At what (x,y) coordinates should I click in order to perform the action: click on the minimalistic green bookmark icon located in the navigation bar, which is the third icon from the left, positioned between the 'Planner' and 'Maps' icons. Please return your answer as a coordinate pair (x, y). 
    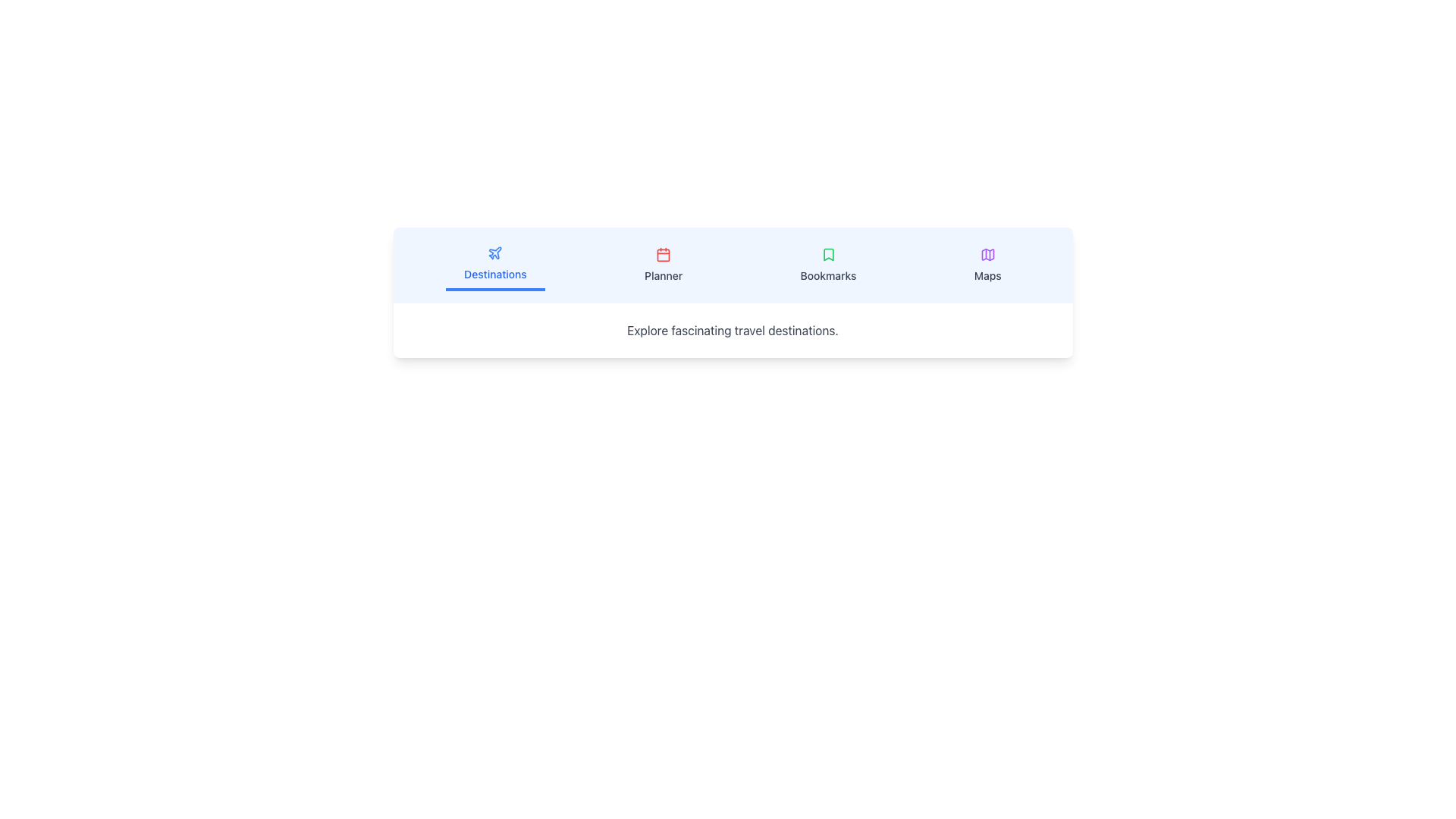
    Looking at the image, I should click on (827, 253).